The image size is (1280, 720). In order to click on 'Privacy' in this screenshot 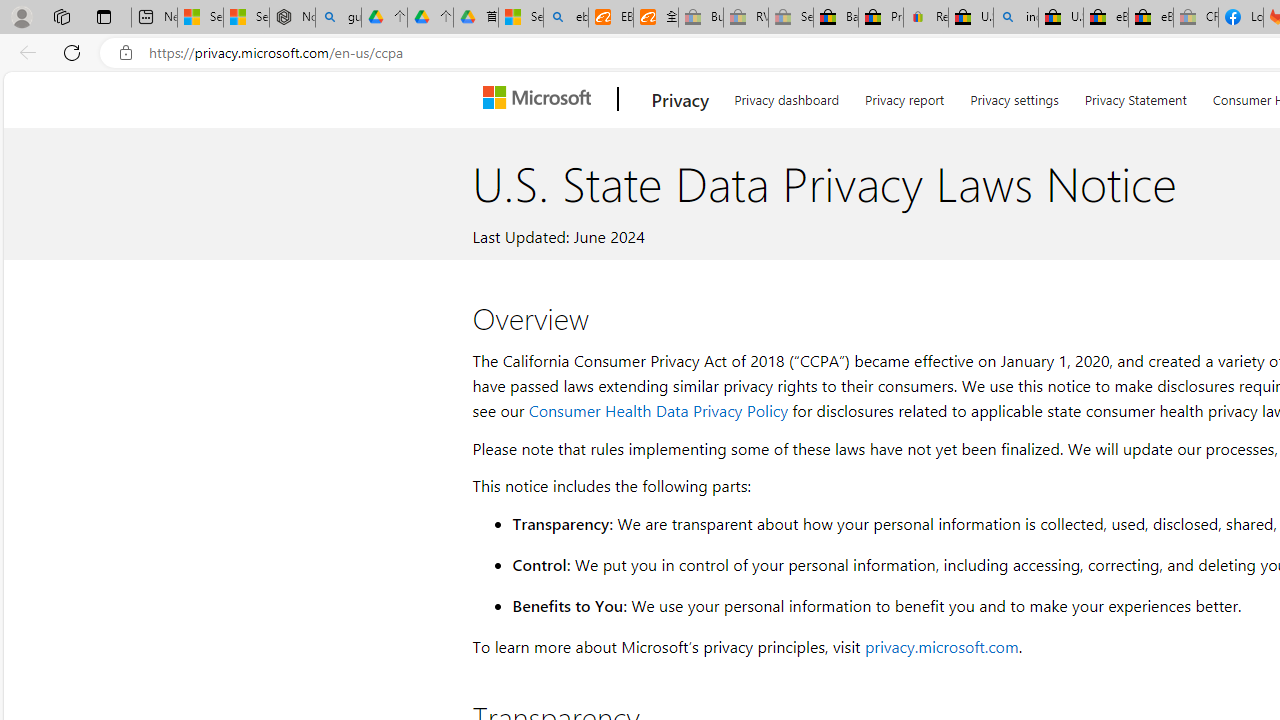, I will do `click(680, 99)`.